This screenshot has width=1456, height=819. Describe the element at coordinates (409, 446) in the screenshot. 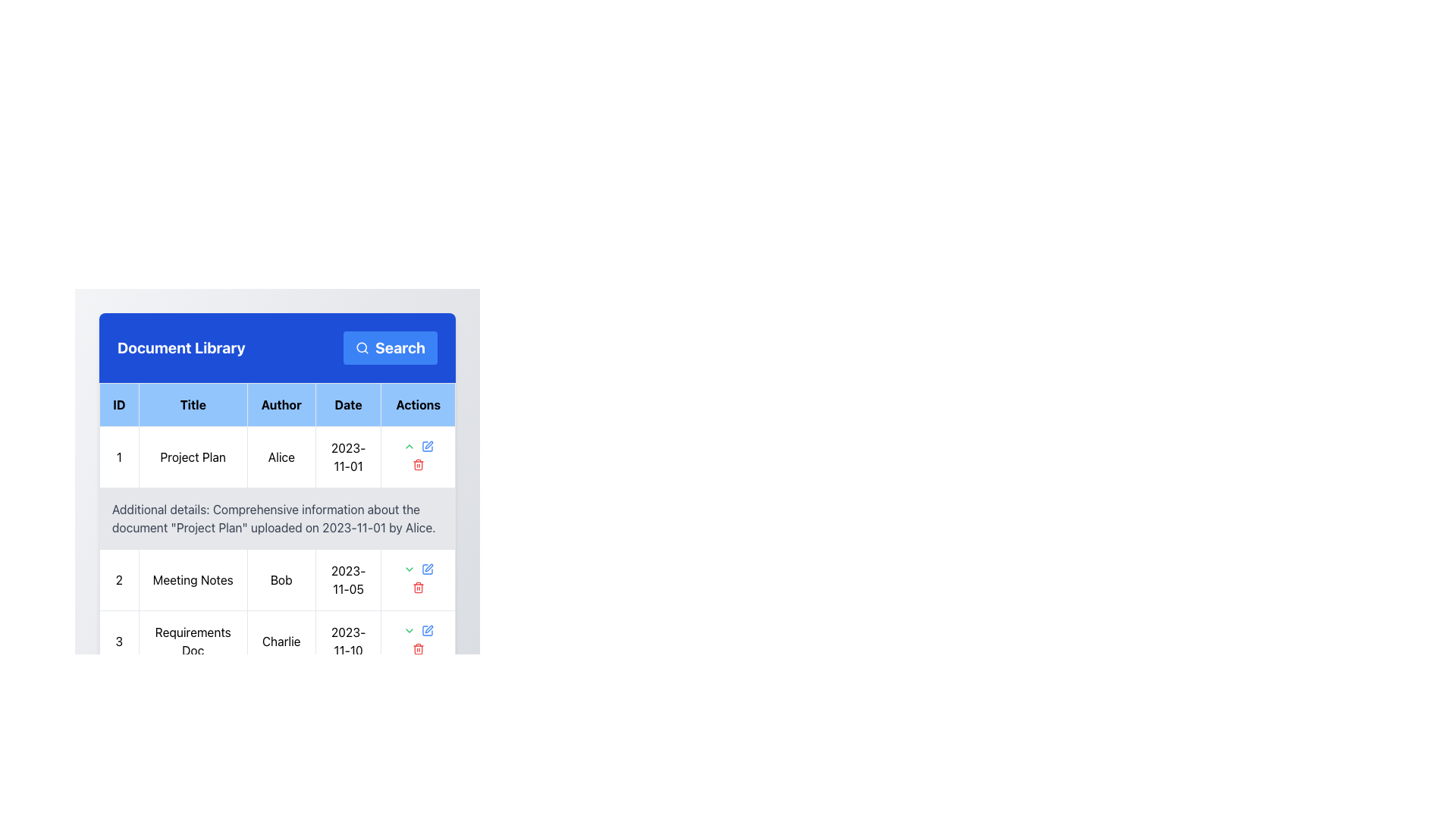

I see `the green chevron-up icon button located in the 'Actions' column of the second row in the data table` at that location.